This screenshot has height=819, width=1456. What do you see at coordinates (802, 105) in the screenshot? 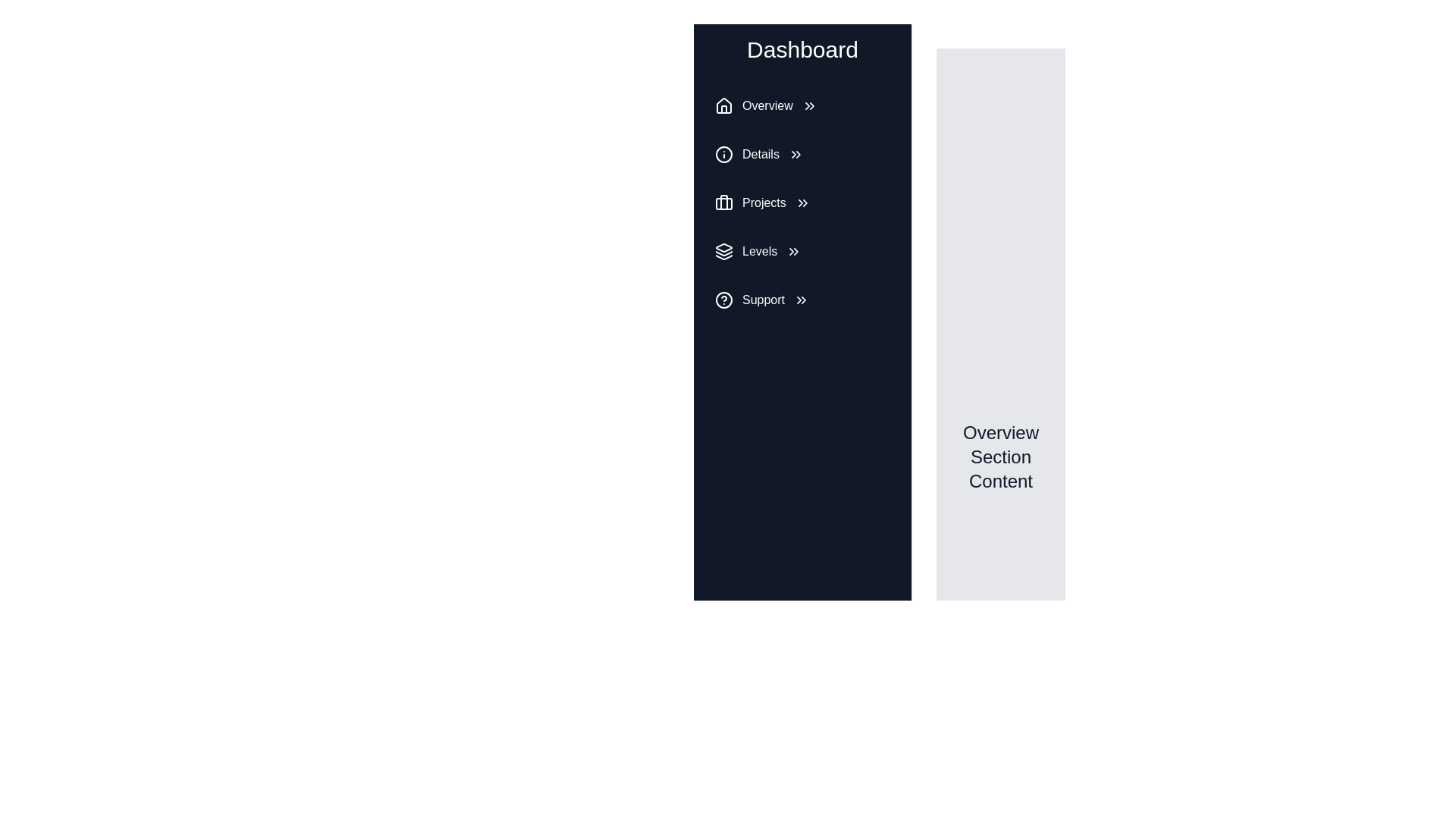
I see `the 'Overview' button, which is the first item in the vertical navigation menu of the 'Dashboard' sidebar, featuring a white house icon and a double-arrow icon` at bounding box center [802, 105].